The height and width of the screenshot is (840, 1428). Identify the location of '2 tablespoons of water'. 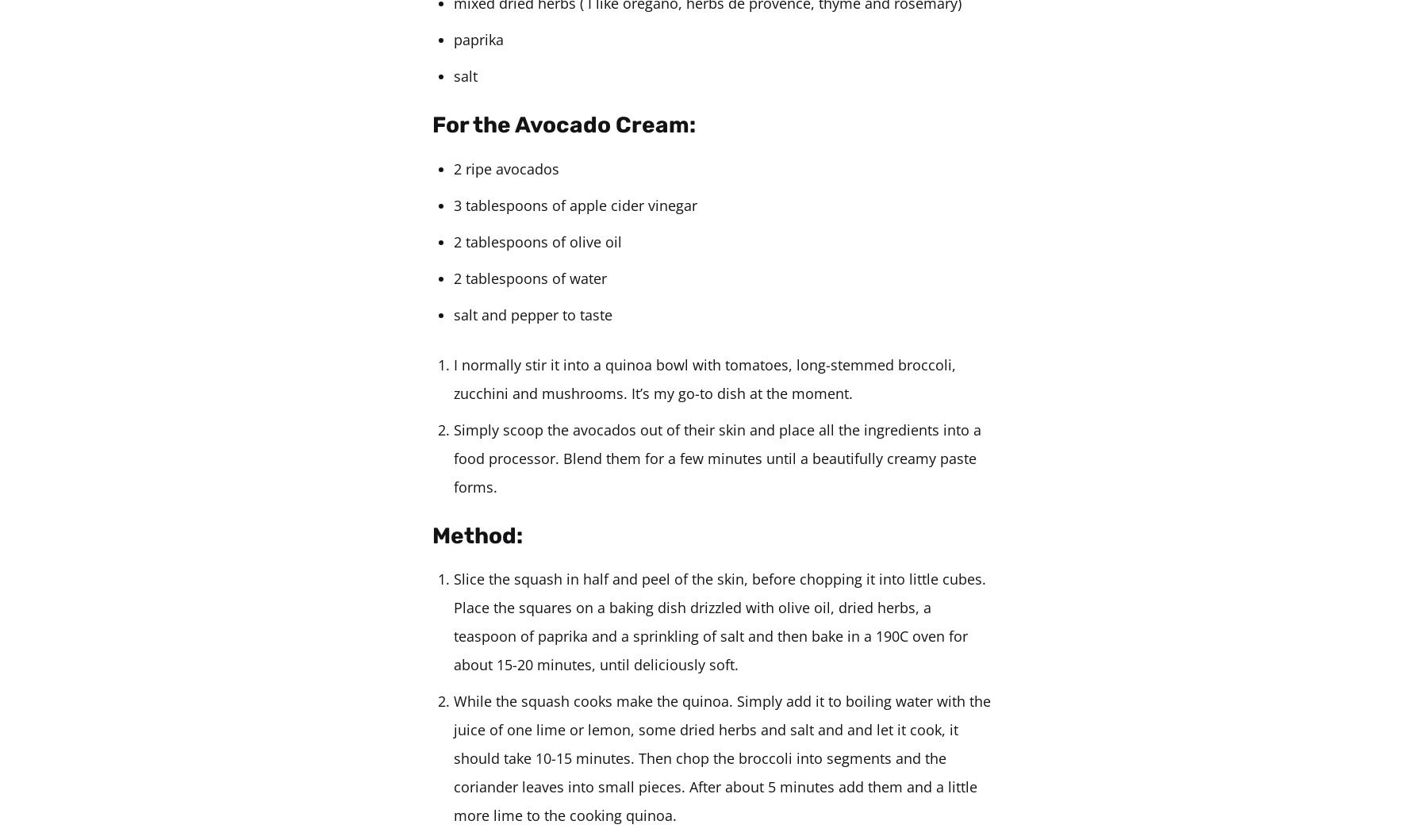
(530, 276).